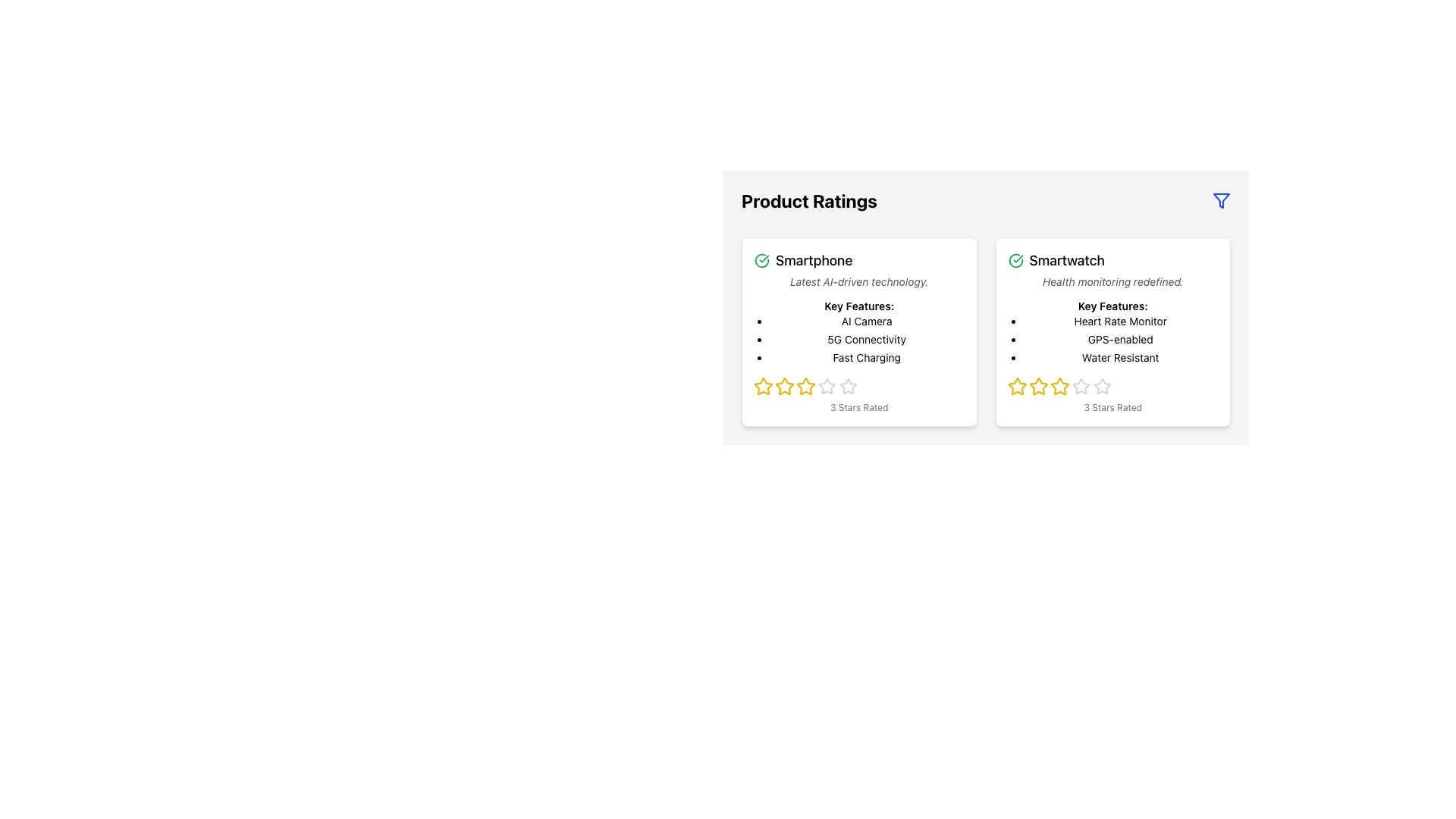 The height and width of the screenshot is (819, 1456). Describe the element at coordinates (867, 357) in the screenshot. I see `the 'Fast Charging' text label, which is the third item in the 'Key Features' list under the 'Smartphone' card on the left side of the grid layout` at that location.